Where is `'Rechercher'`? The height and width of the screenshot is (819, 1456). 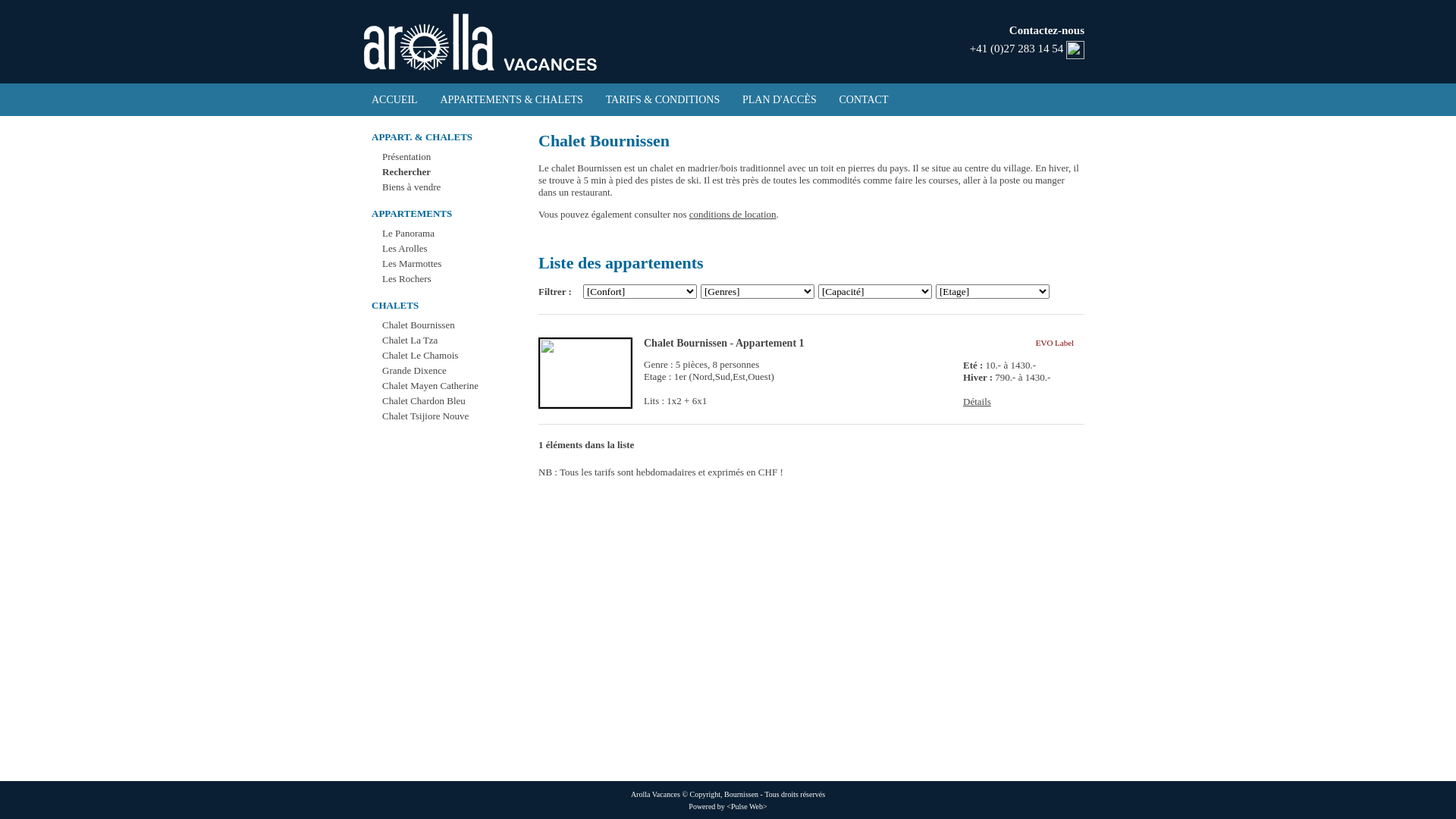
'Rechercher' is located at coordinates (406, 171).